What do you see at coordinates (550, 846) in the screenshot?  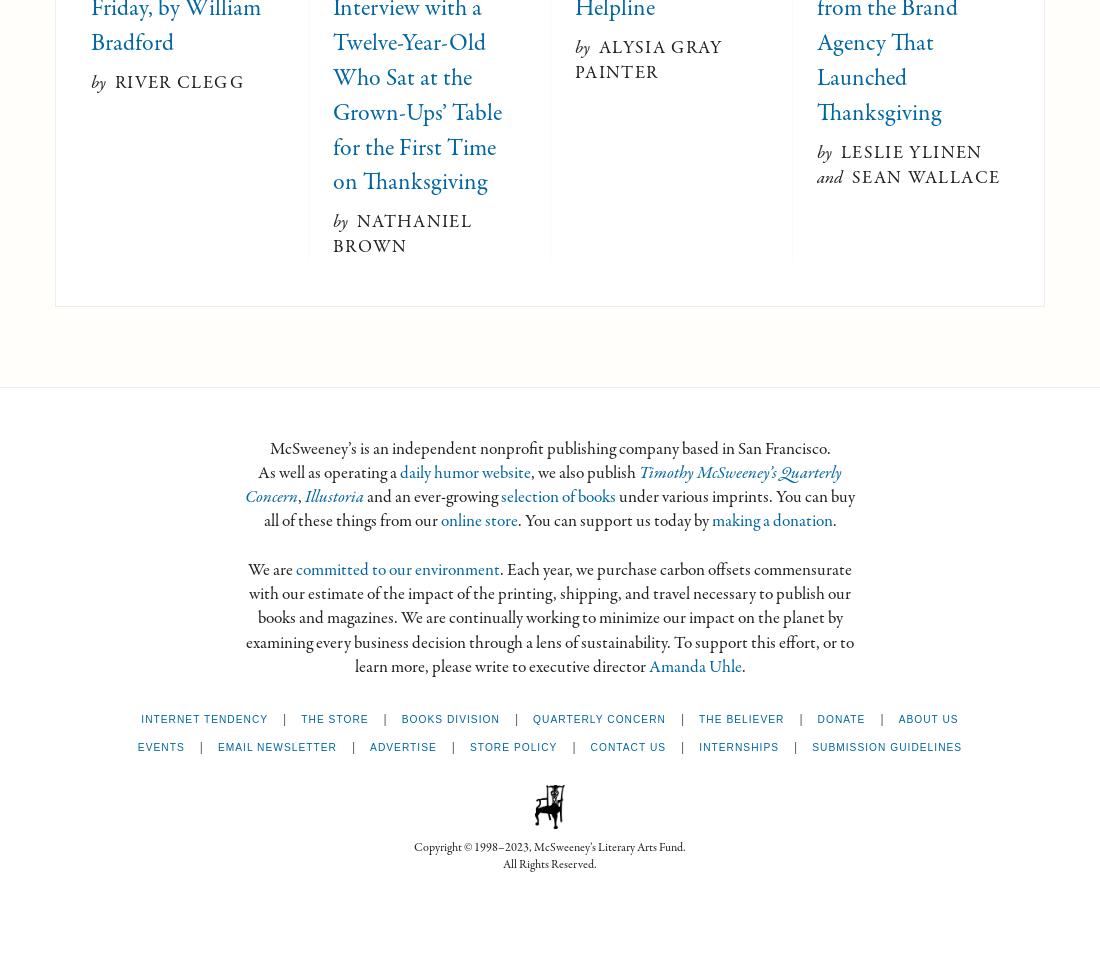 I see `'Copyright © 1998–2023, McSweeney’s Literary Arts Fund.'` at bounding box center [550, 846].